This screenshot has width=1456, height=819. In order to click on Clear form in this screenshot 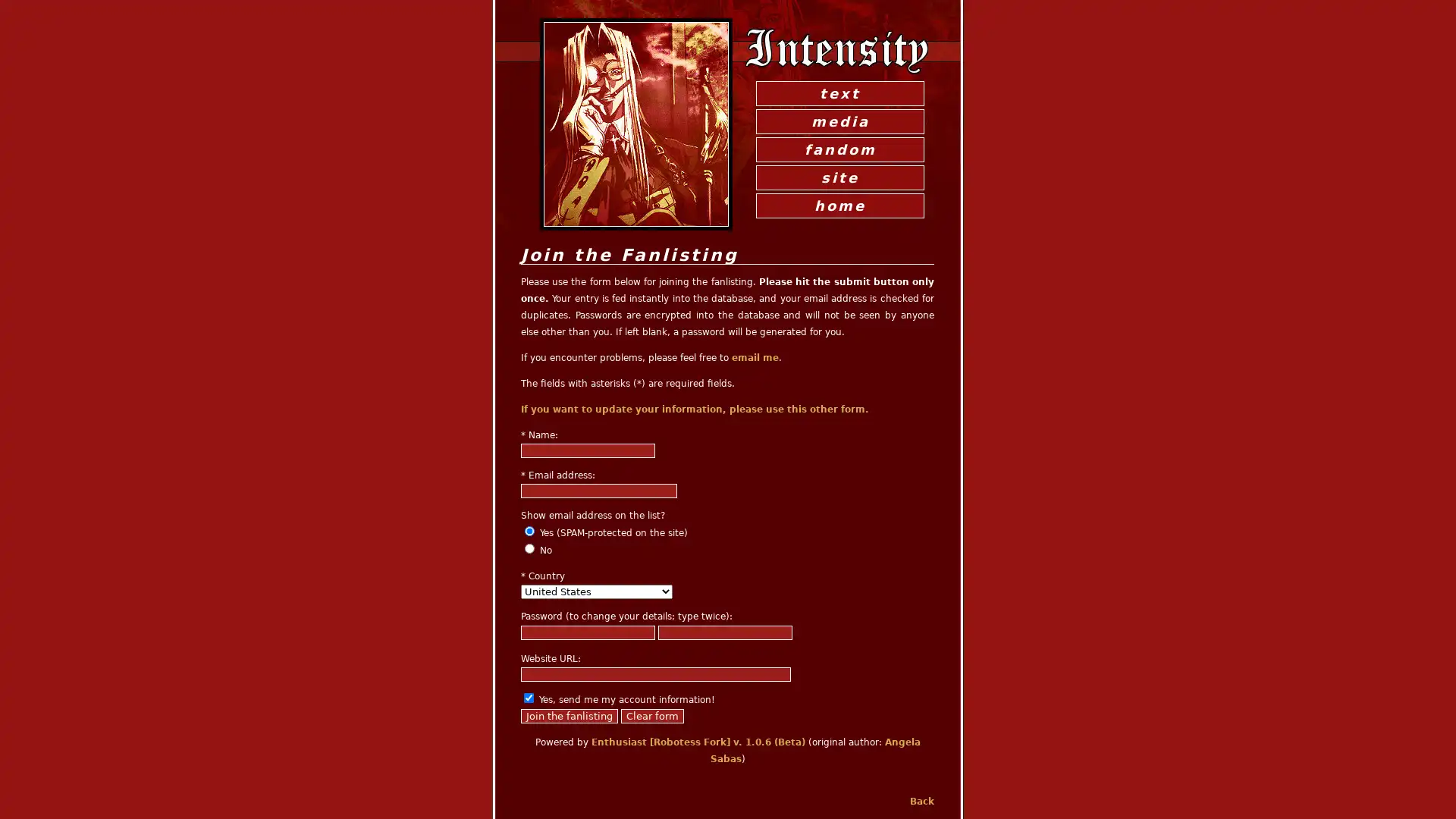, I will do `click(652, 716)`.